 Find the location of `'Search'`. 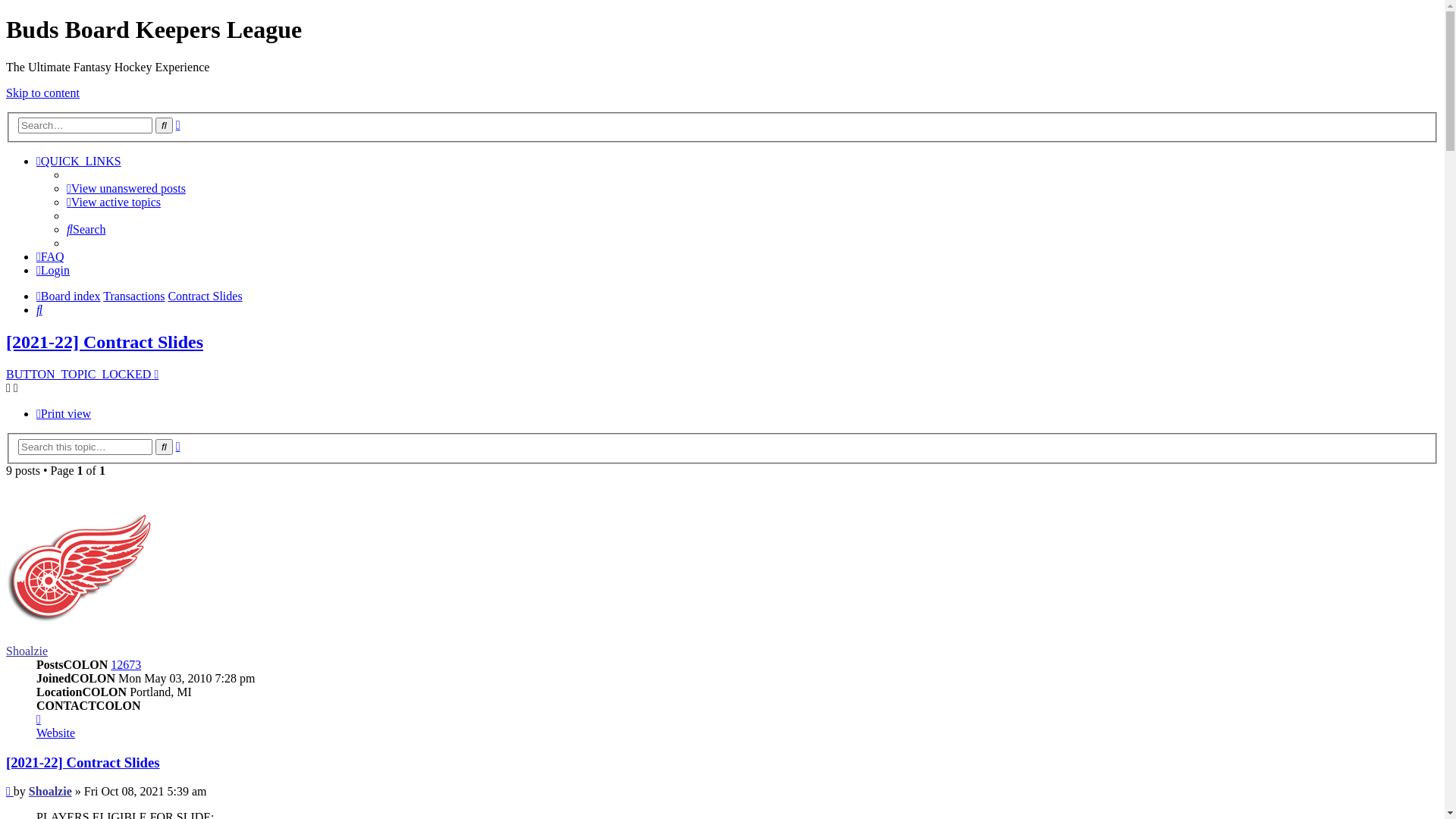

'Search' is located at coordinates (39, 309).